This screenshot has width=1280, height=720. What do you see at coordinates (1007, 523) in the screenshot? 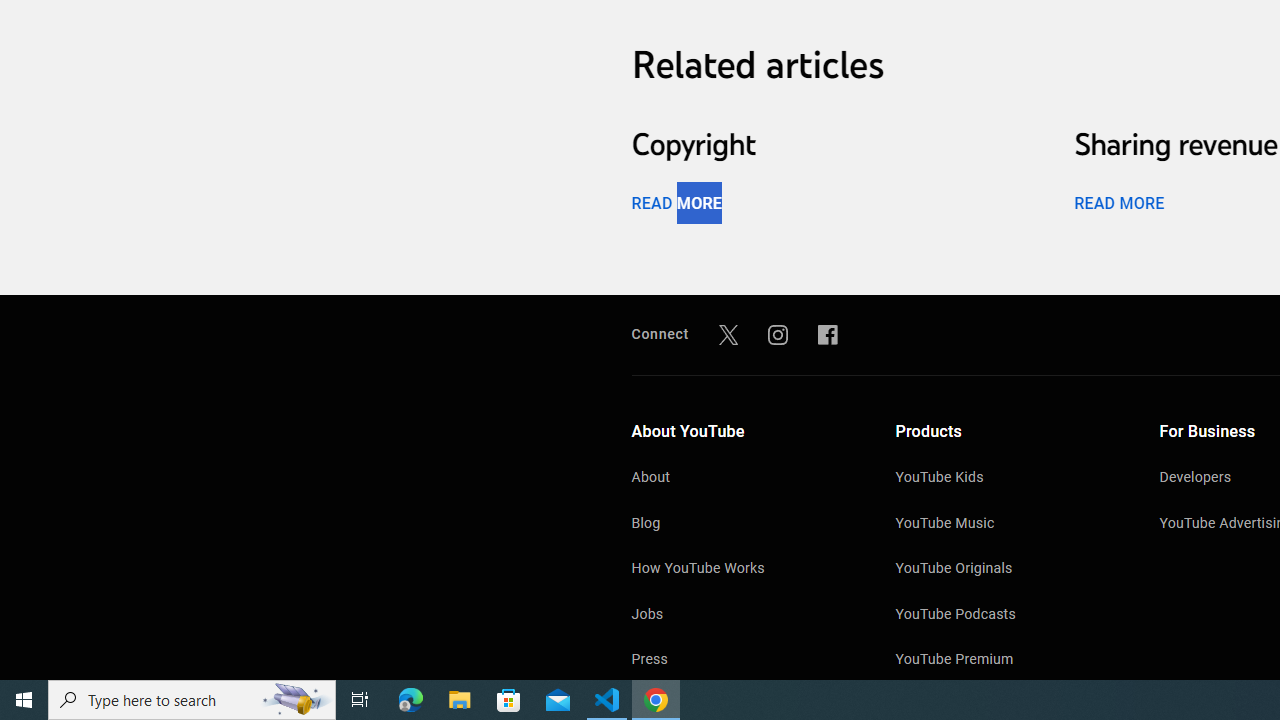
I see `'YouTube Music'` at bounding box center [1007, 523].